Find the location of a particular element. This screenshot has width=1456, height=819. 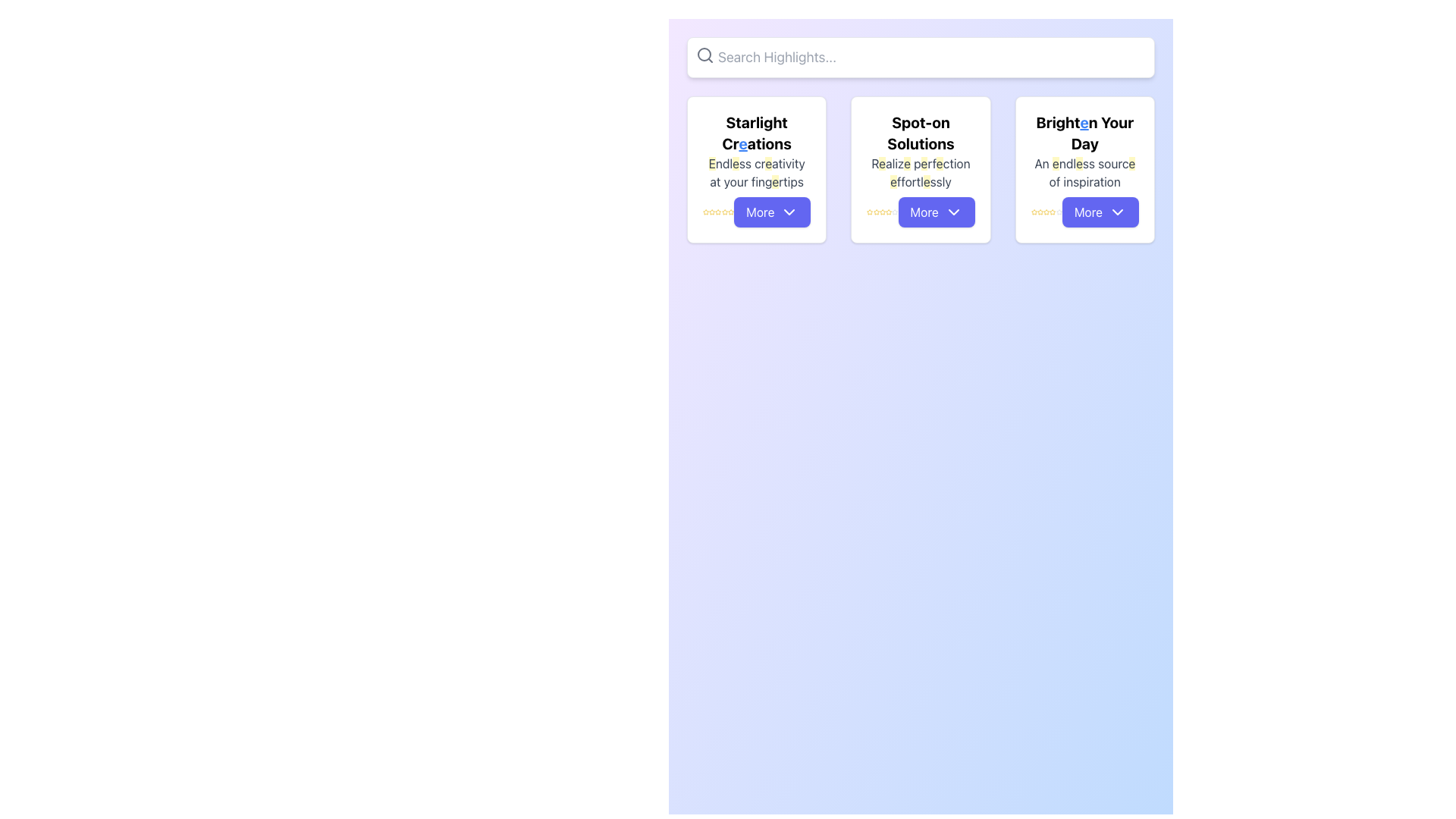

the text element that completes the title 'Starlight Creations', which is located to the right of the underlined blue 'e' within the card in the top left of the interface is located at coordinates (769, 143).